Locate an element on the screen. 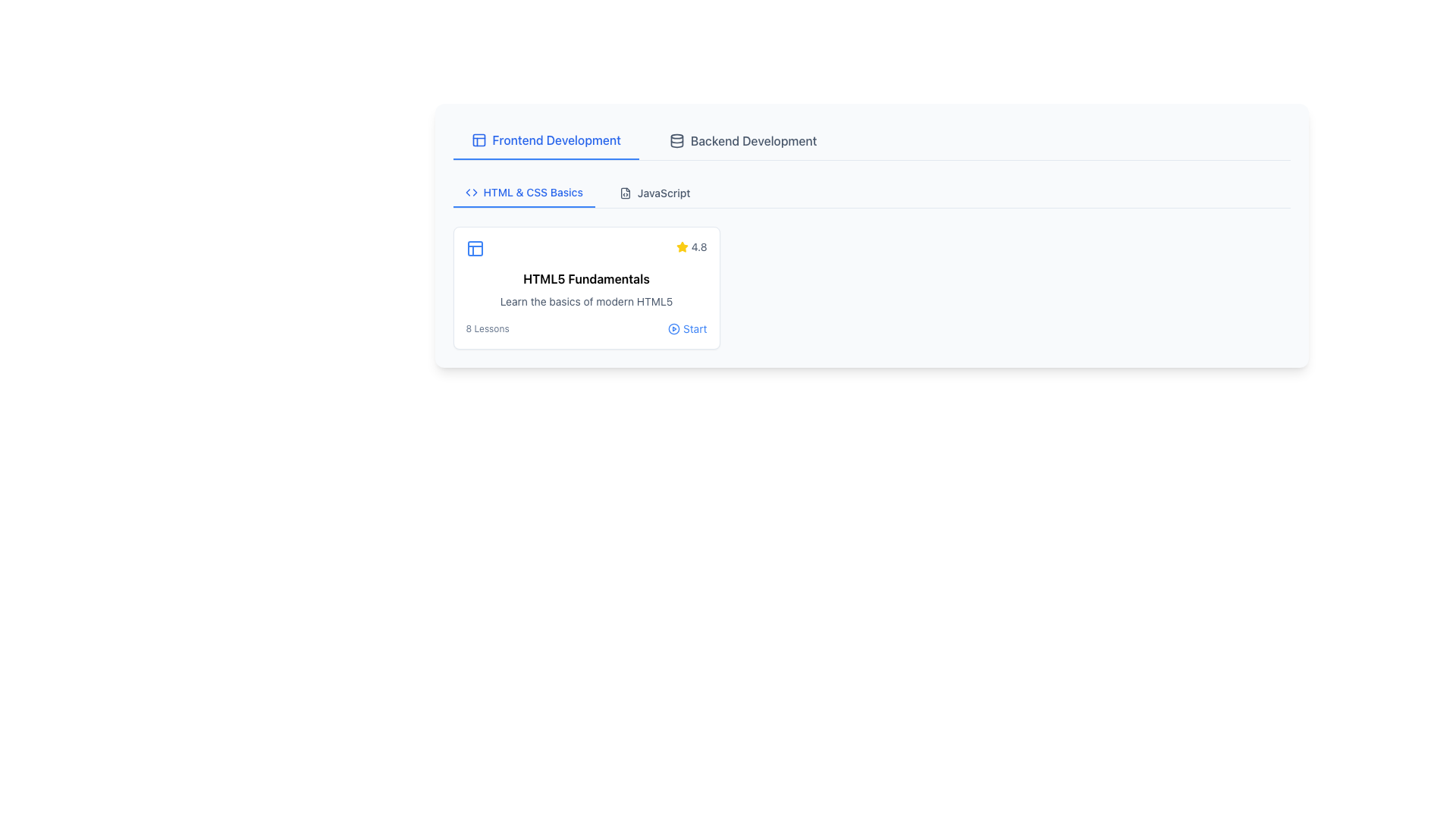 The image size is (1456, 819). the JavaScript navigation button, which is the second item in a row of two options under the 'Frontend Development' tab, to change its text color is located at coordinates (654, 192).